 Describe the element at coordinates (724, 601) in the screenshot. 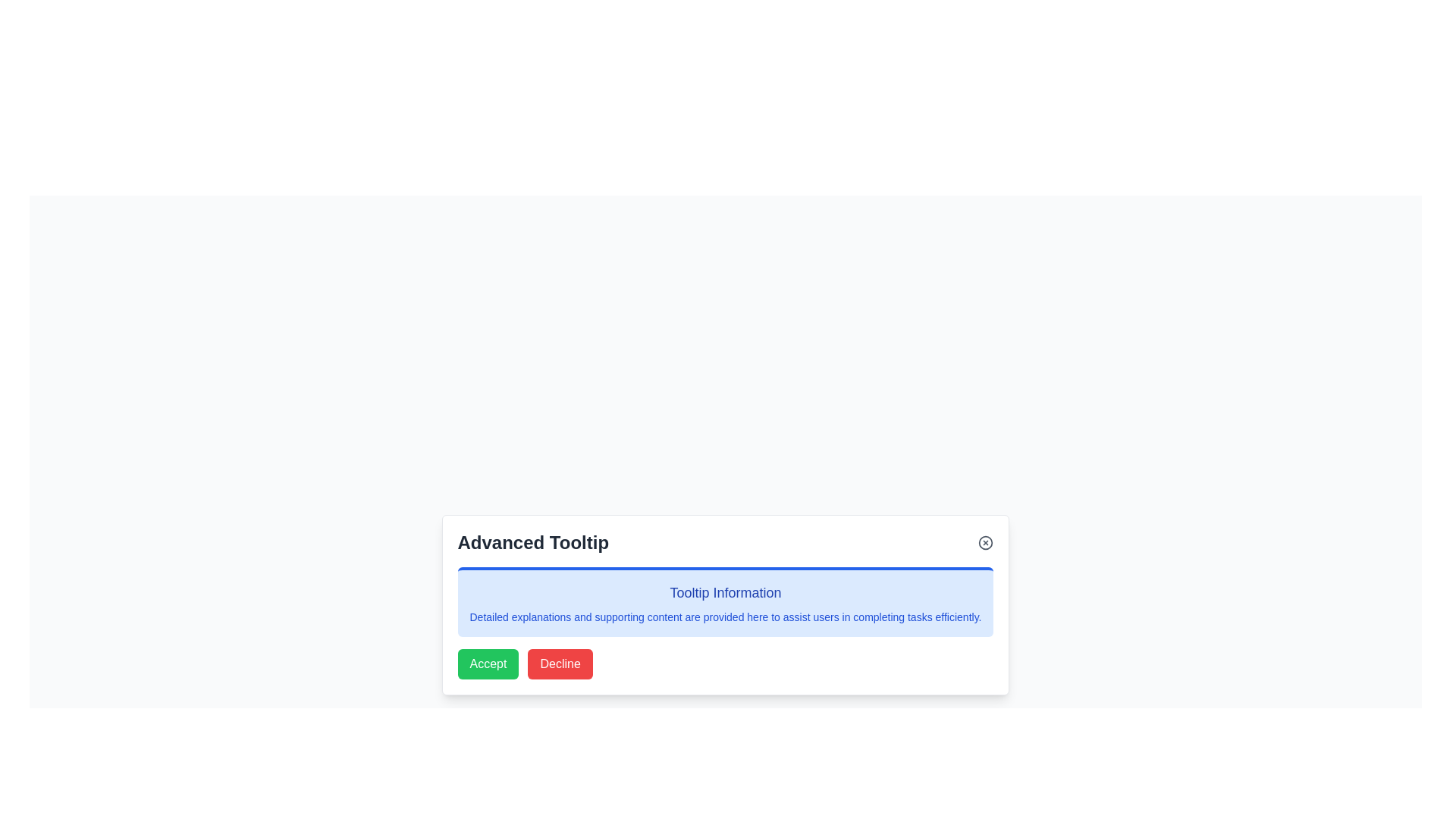

I see `the informational tooltip located below the title 'Advanced Tooltip' to read its content` at that location.